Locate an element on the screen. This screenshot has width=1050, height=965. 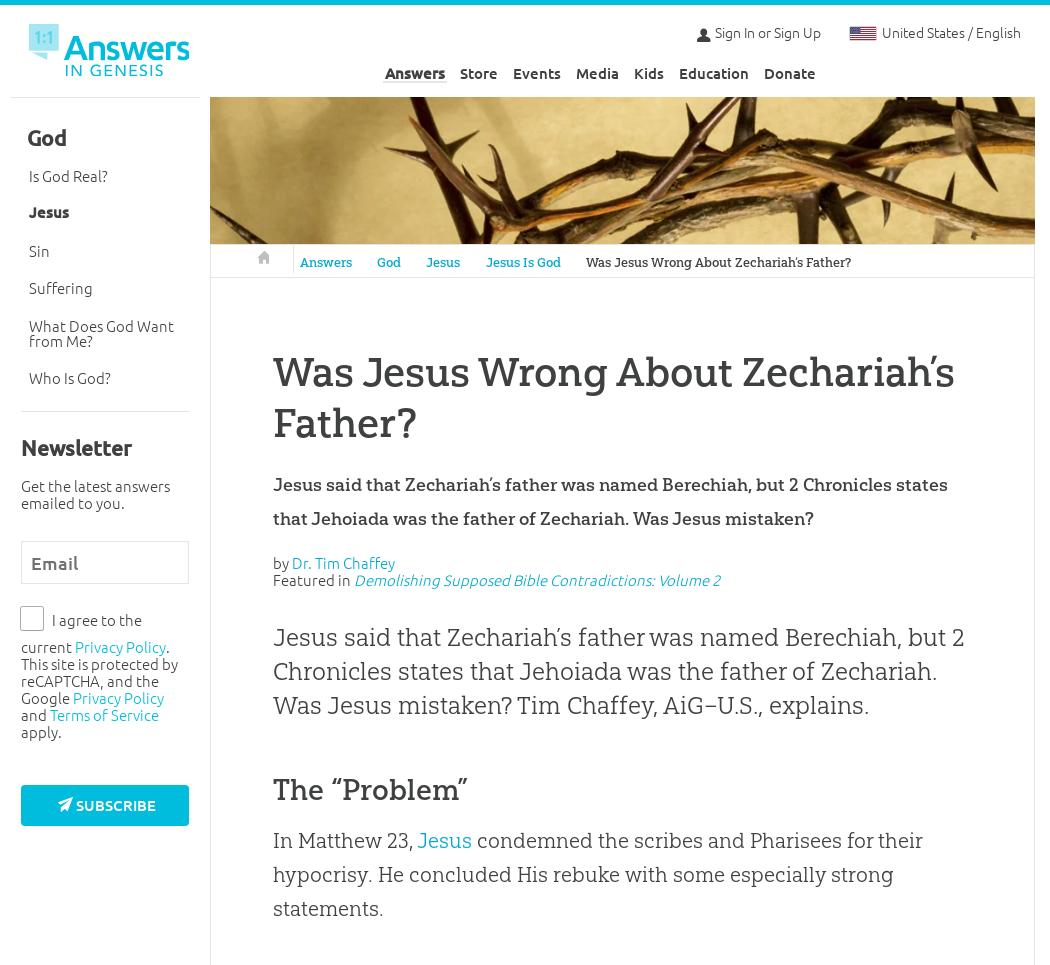
'Is God Real?' is located at coordinates (28, 173).